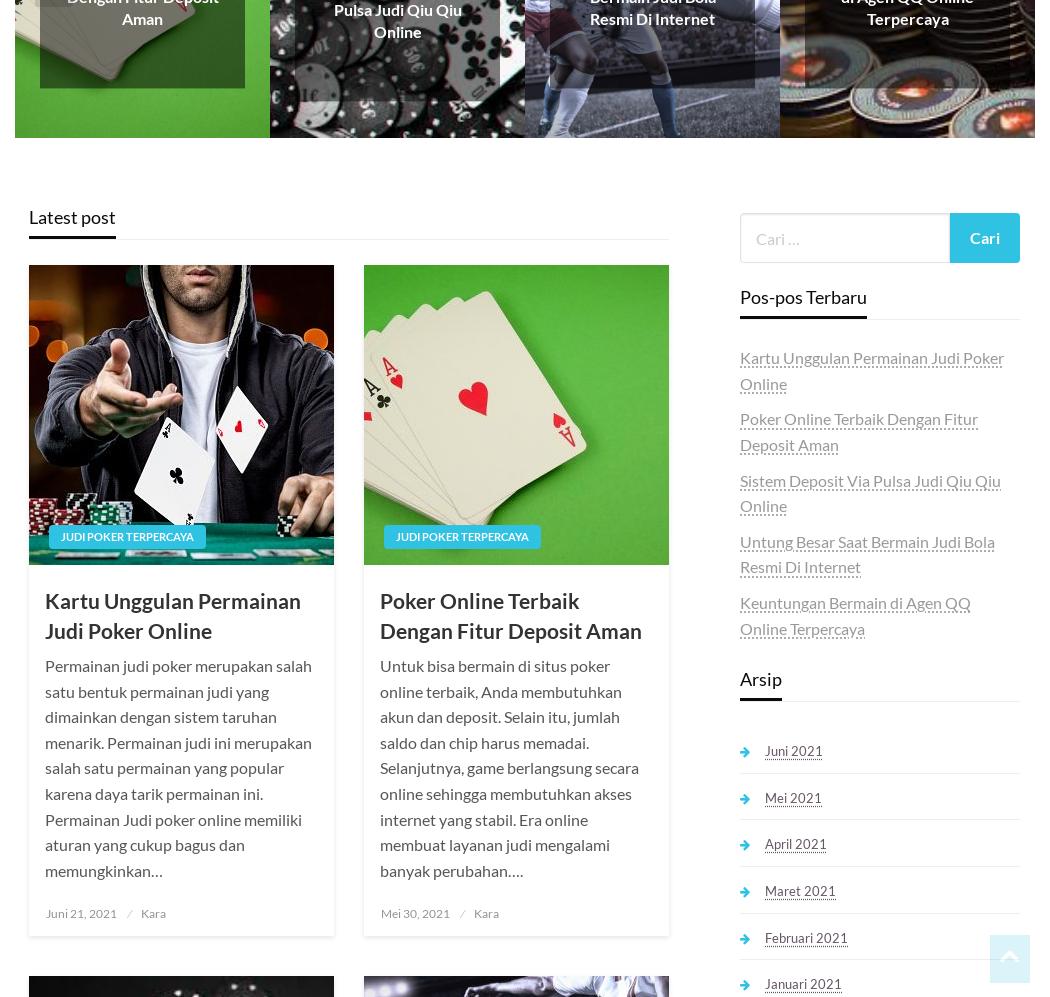  I want to click on 'Untung Besar Saat Bermain Judi Bola Resmi Di Internet', so click(866, 553).